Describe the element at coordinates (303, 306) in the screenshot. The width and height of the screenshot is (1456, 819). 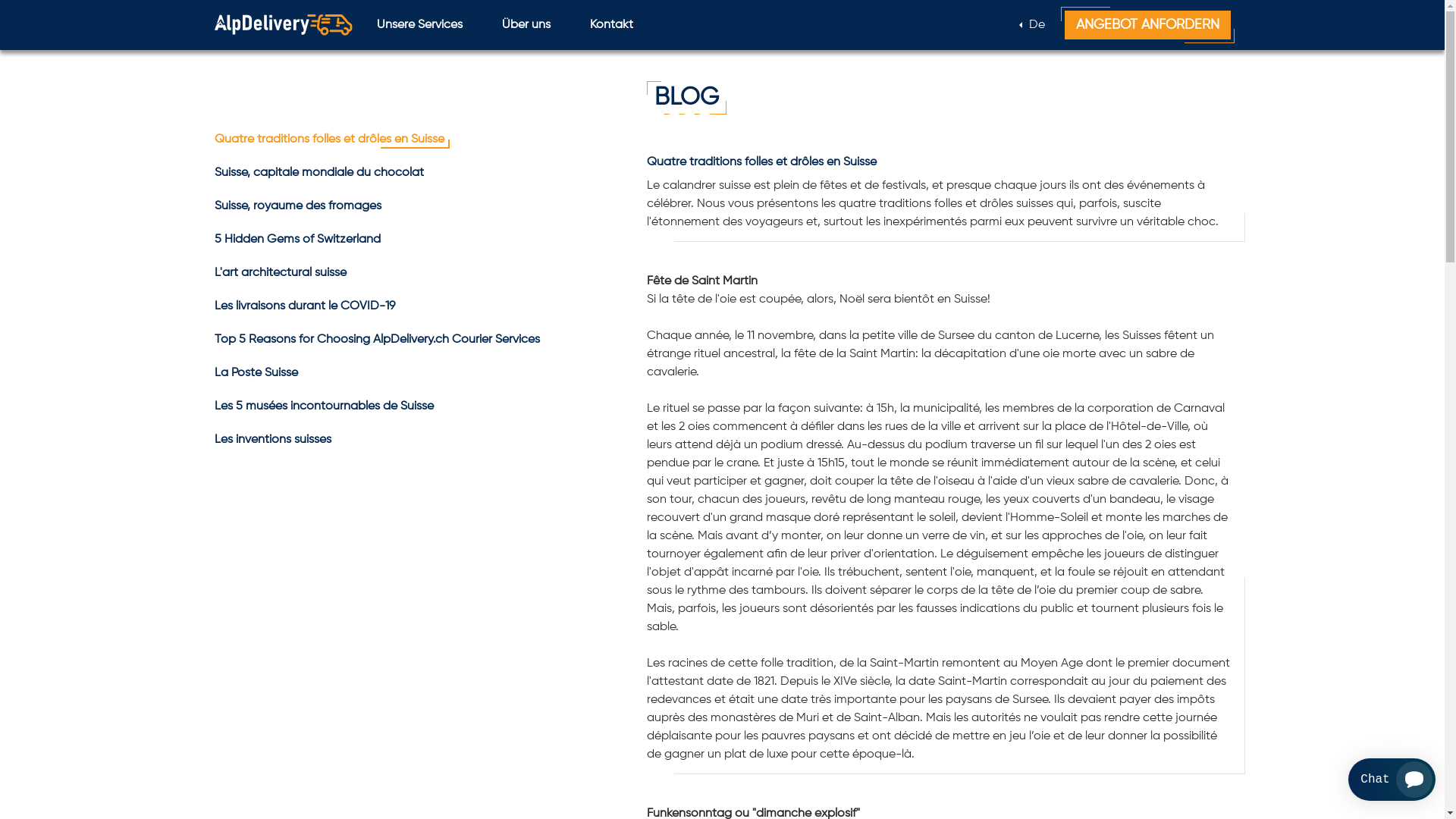
I see `'Les livraisons durant le COVID-19'` at that location.